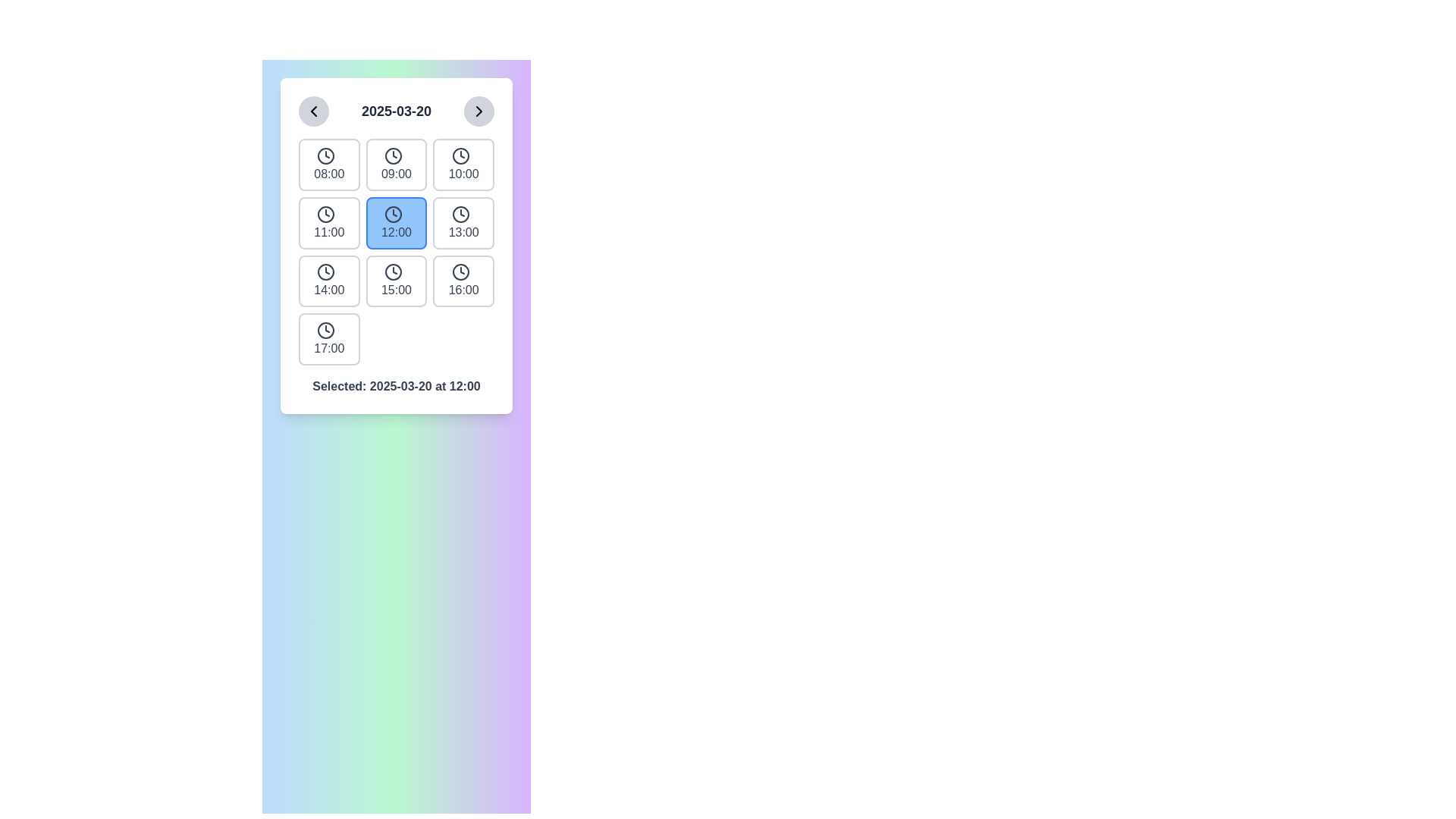 This screenshot has height=819, width=1456. Describe the element at coordinates (463, 165) in the screenshot. I see `the selectable time slot button for '10:00', which is located in the second column of the top row of time selection options` at that location.